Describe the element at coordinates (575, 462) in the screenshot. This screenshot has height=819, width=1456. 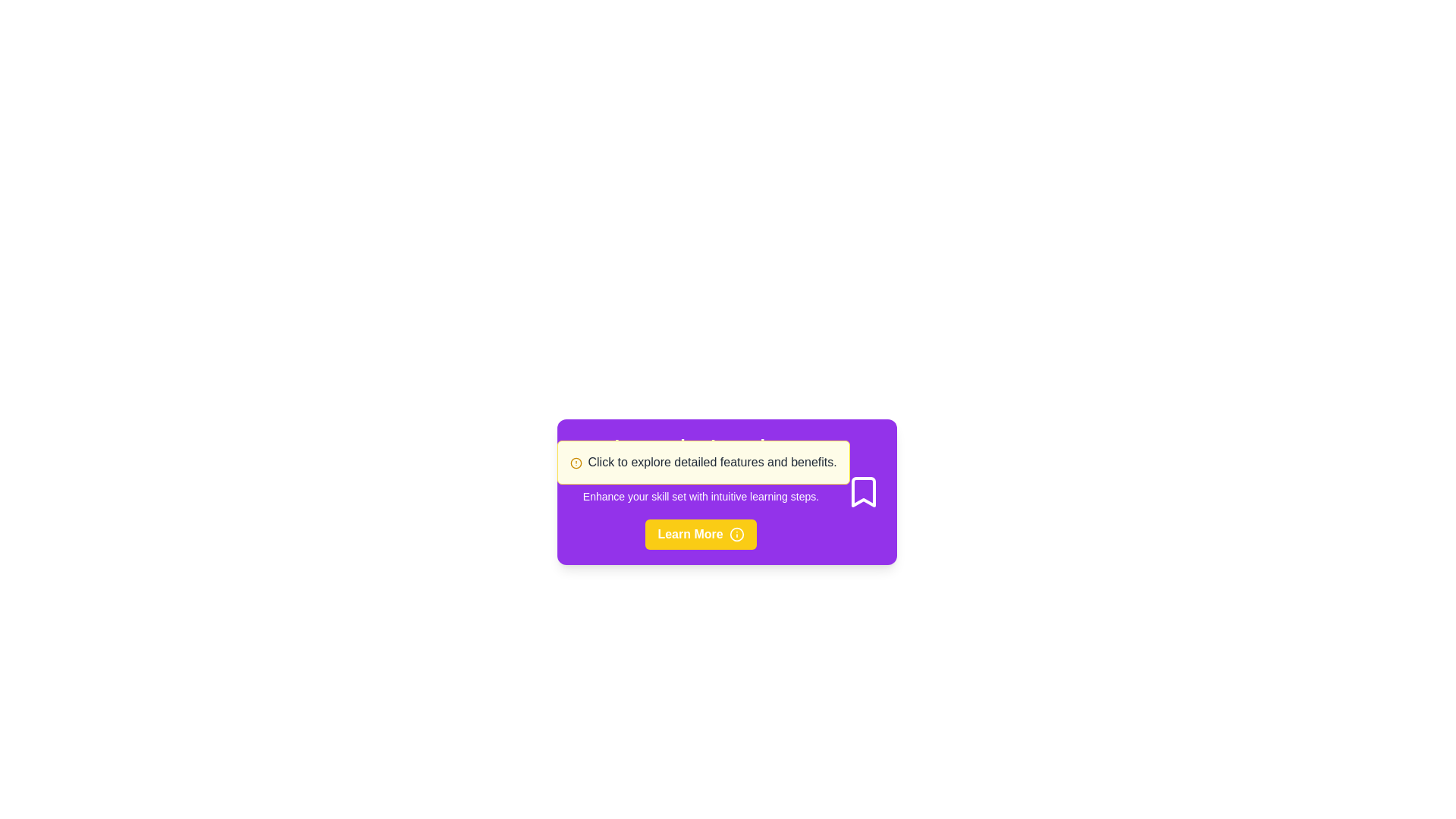
I see `the circular icon with a yellow outline and an exclamation mark in the center, located at the upper-left corner of the message box that contains the text 'Click to explore detailed features and benefits.'` at that location.